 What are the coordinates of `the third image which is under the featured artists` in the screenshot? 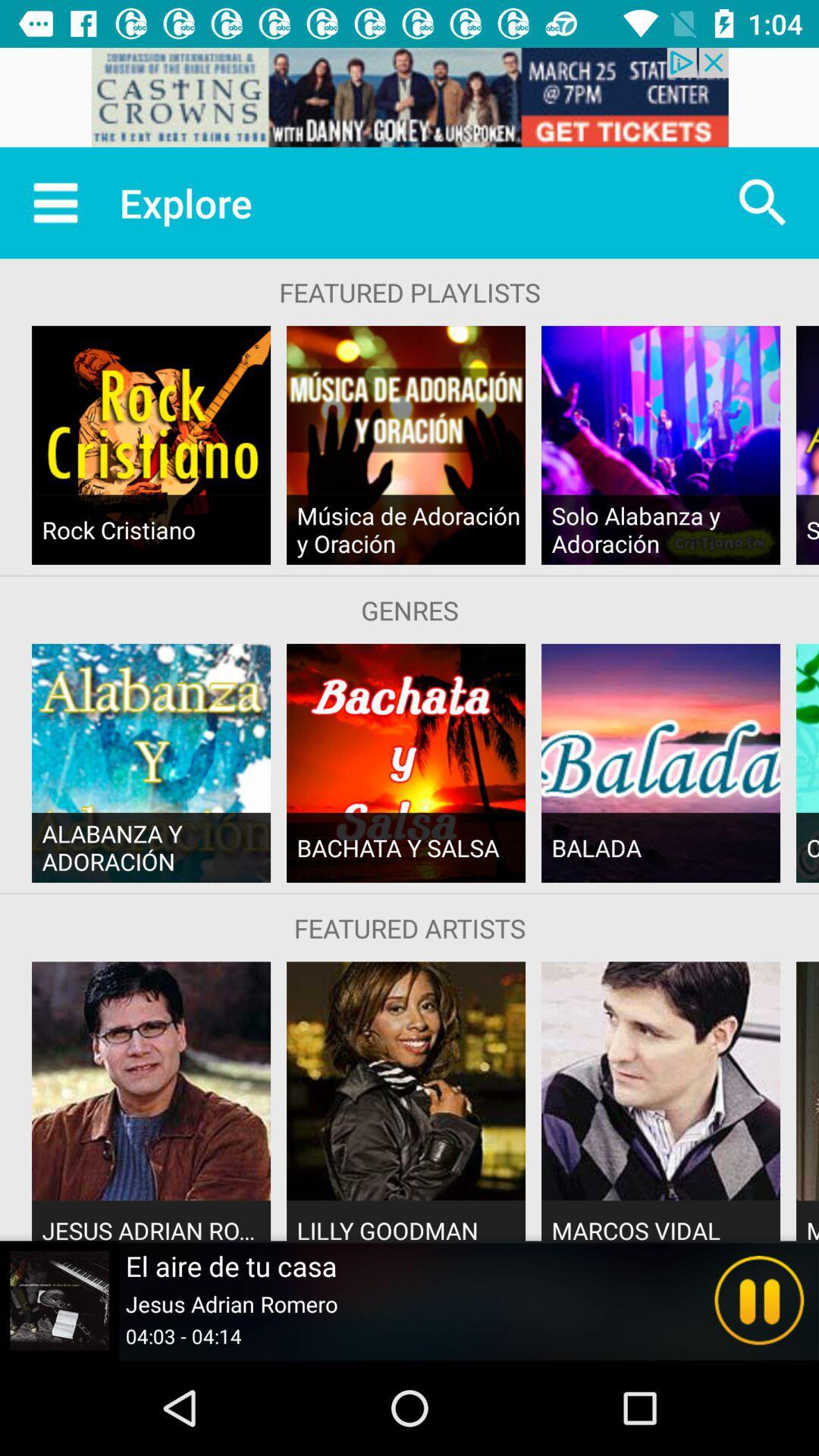 It's located at (660, 1080).